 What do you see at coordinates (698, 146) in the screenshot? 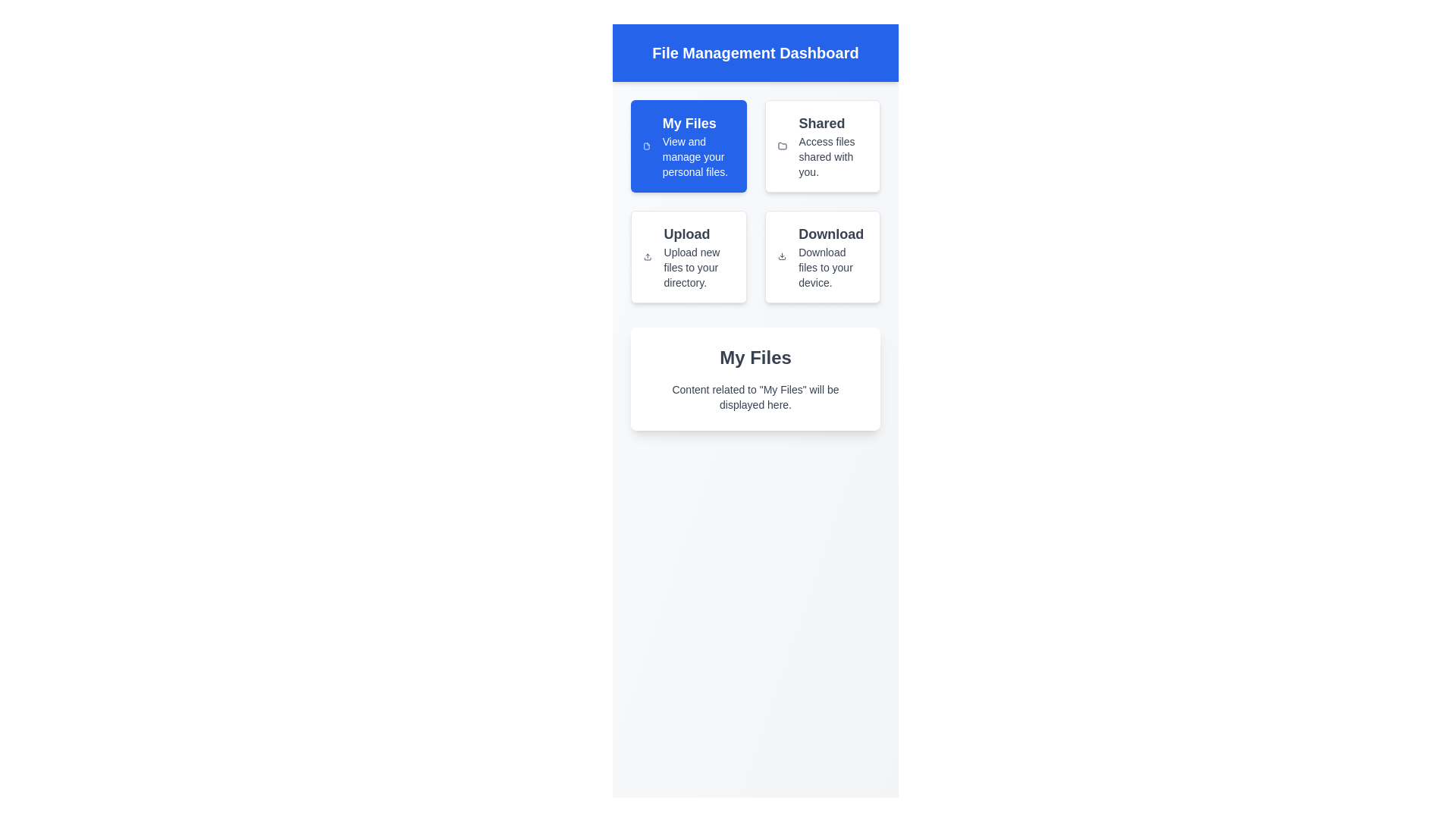
I see `the clickable text element that manages personal files, located in the first column and first row of the grid layout in the File Management Dashboard` at bounding box center [698, 146].